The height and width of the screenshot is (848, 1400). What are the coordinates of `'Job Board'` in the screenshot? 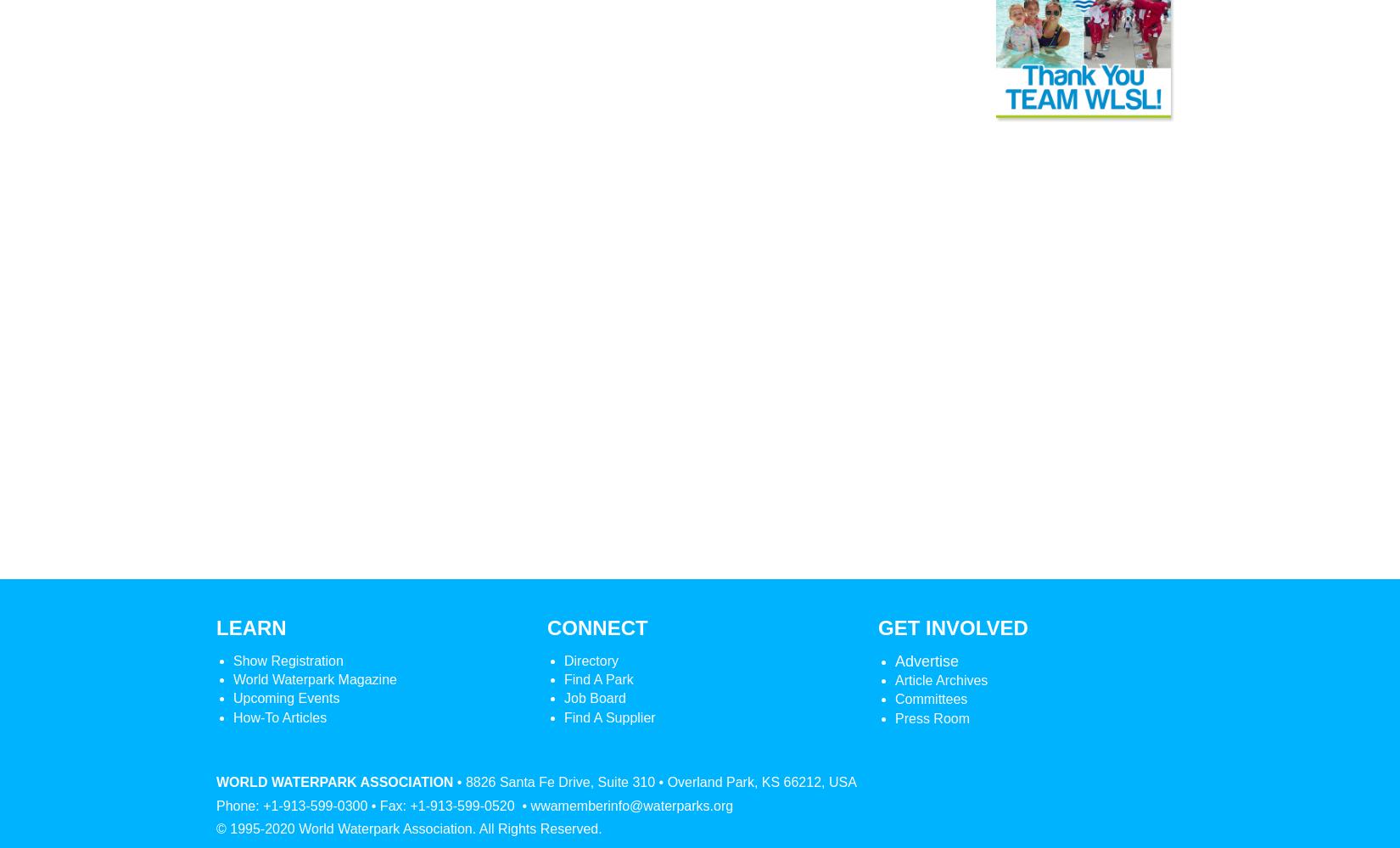 It's located at (593, 697).